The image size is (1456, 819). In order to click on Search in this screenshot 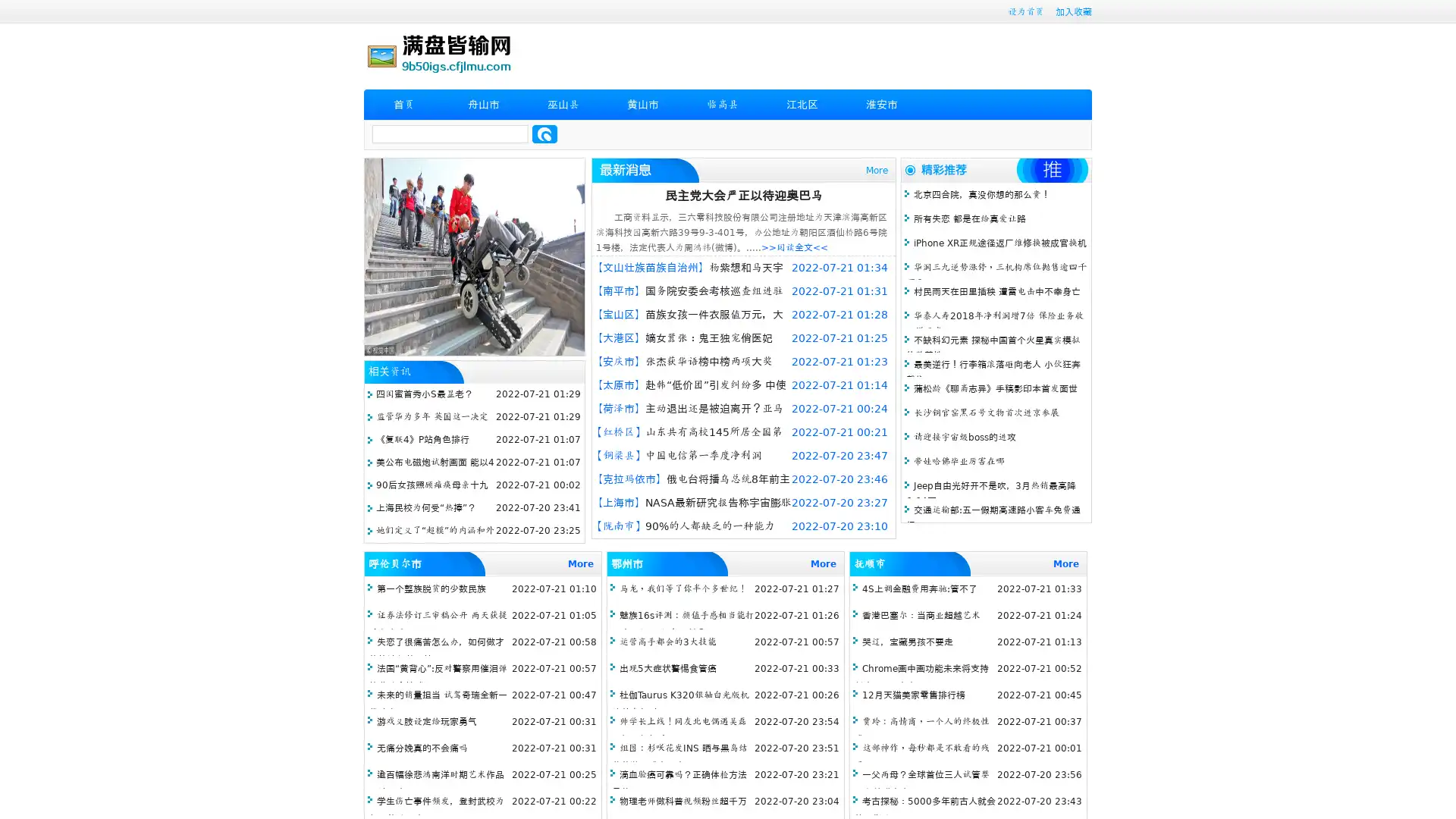, I will do `click(544, 133)`.